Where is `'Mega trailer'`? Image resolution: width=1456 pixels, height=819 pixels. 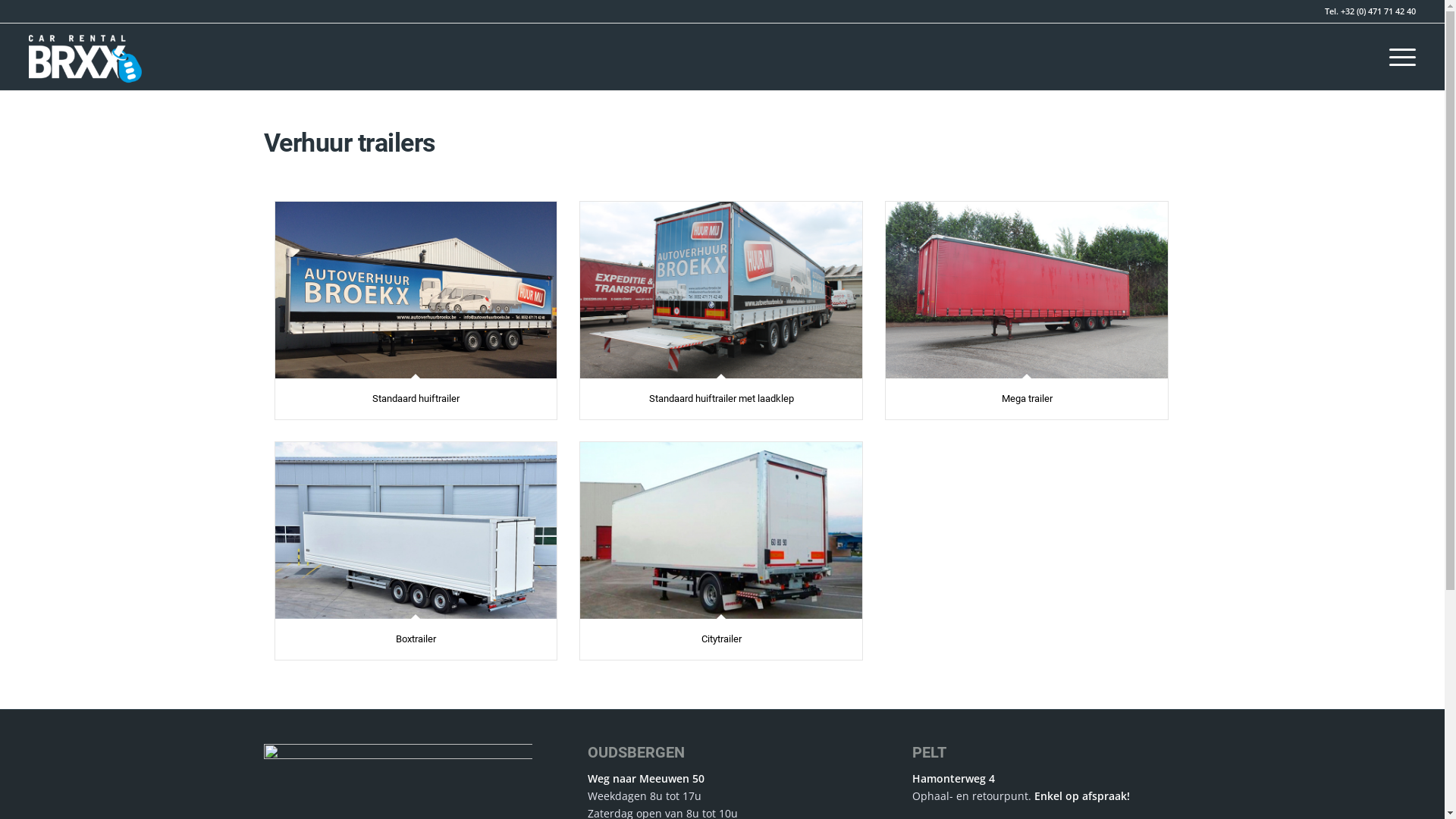 'Mega trailer' is located at coordinates (1027, 397).